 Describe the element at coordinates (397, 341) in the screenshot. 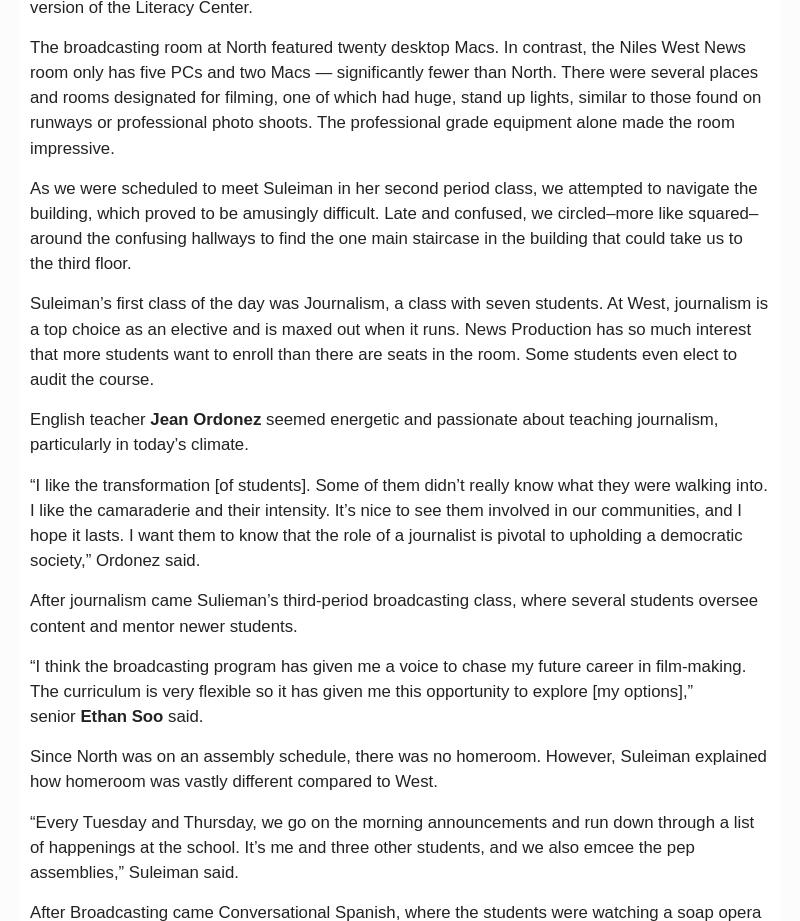

I see `'Suleiman’s first class of the day was Journalism, a class with seven students. At West, journalism is a top choice as an elective and is maxed out when it runs. News Production has so much interest that more students want to enroll than there are seats in the room. Some students even elect to audit the course.'` at that location.